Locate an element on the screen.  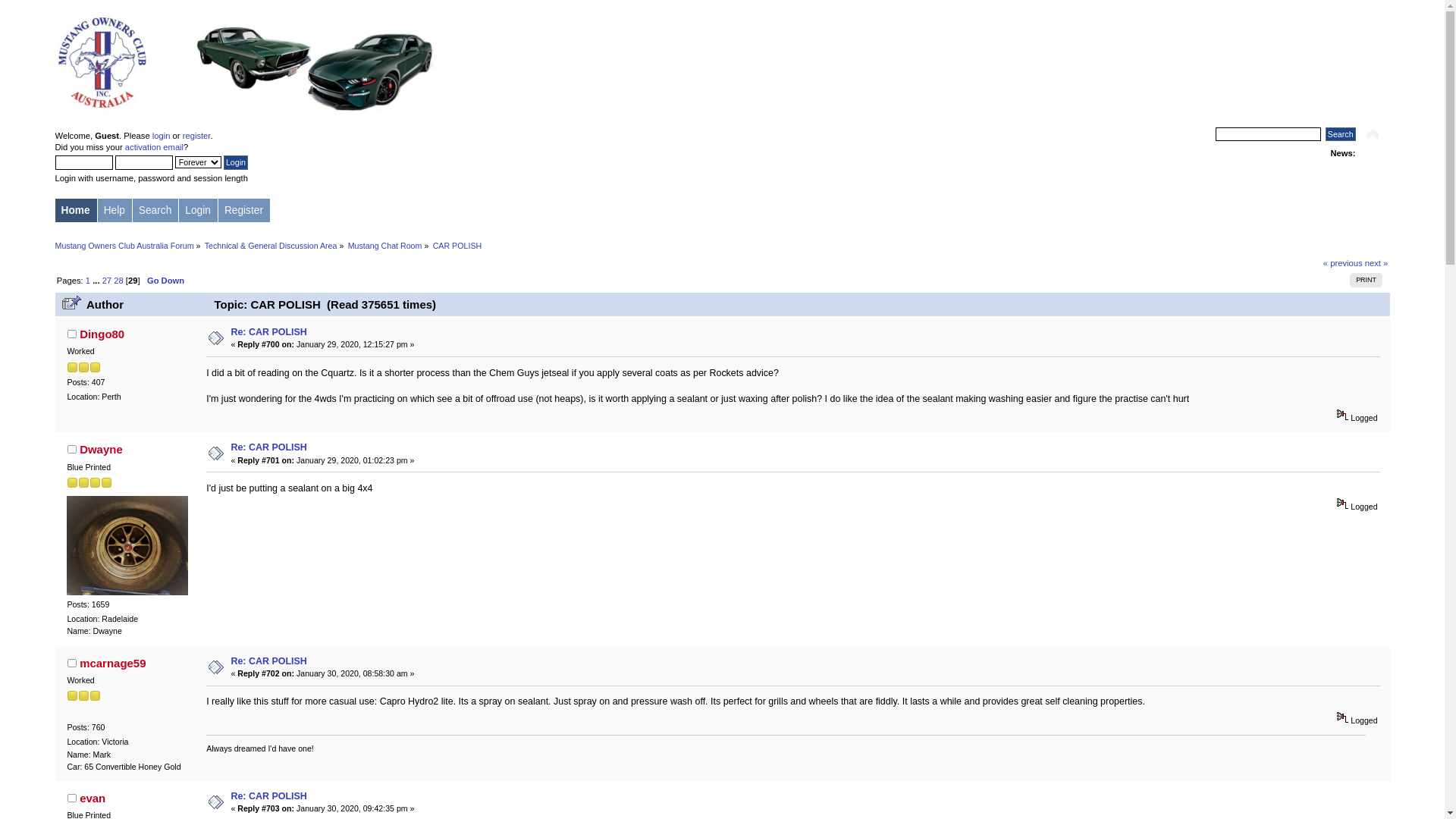
'Re: CAR POLISH' is located at coordinates (268, 660).